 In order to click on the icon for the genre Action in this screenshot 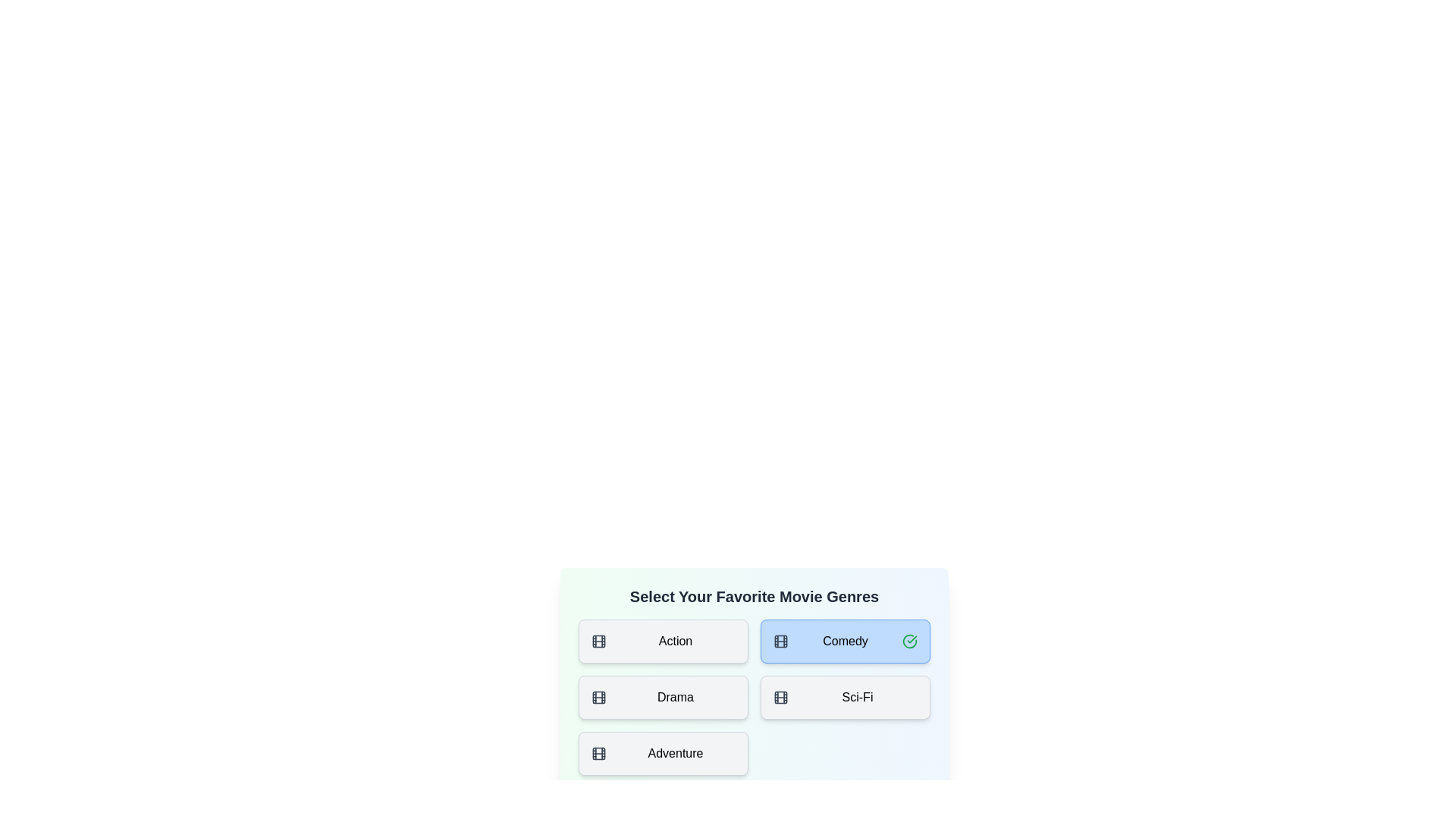, I will do `click(598, 641)`.